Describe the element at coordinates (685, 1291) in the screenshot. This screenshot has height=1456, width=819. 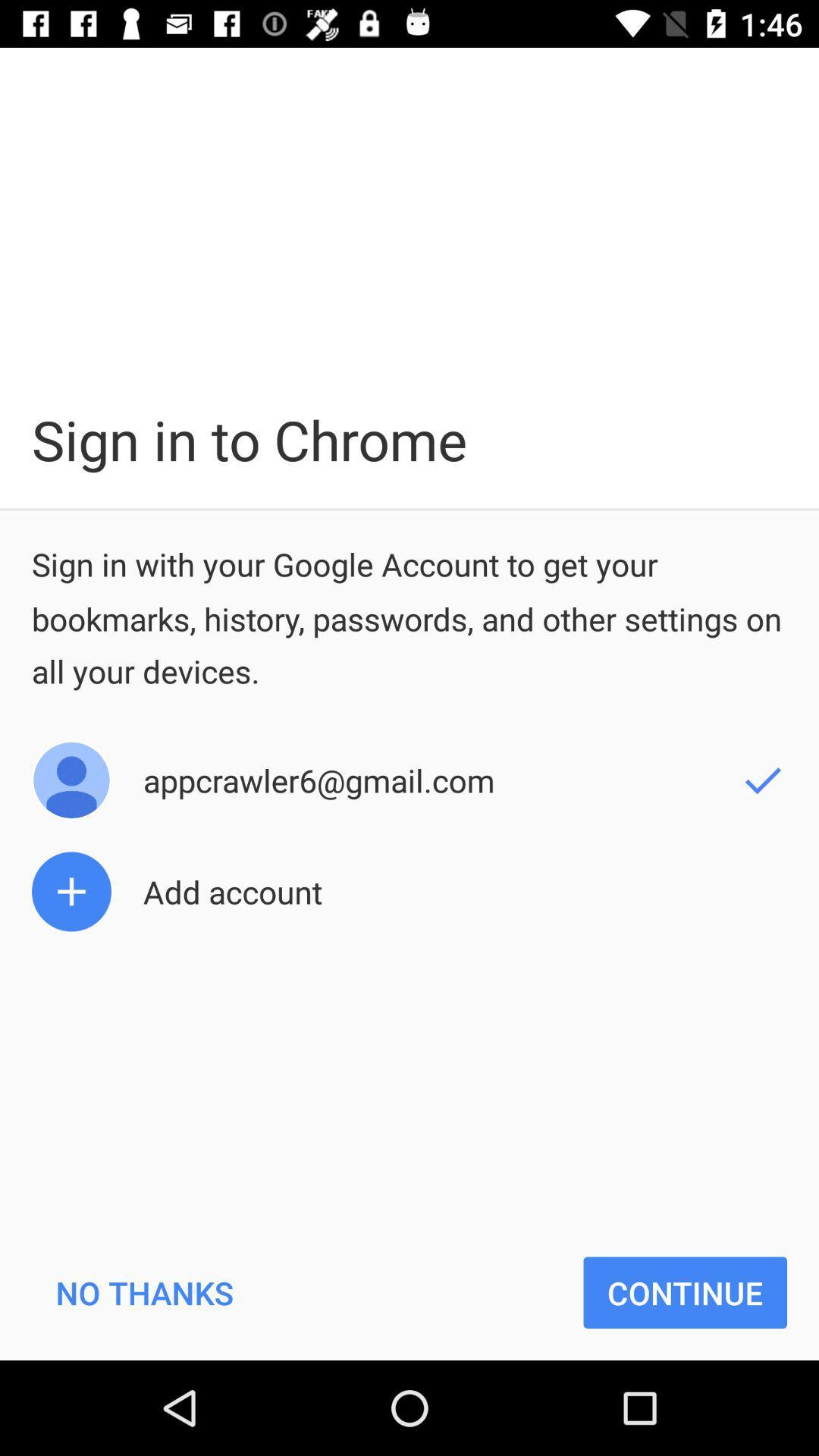
I see `the icon to the right of no thanks icon` at that location.